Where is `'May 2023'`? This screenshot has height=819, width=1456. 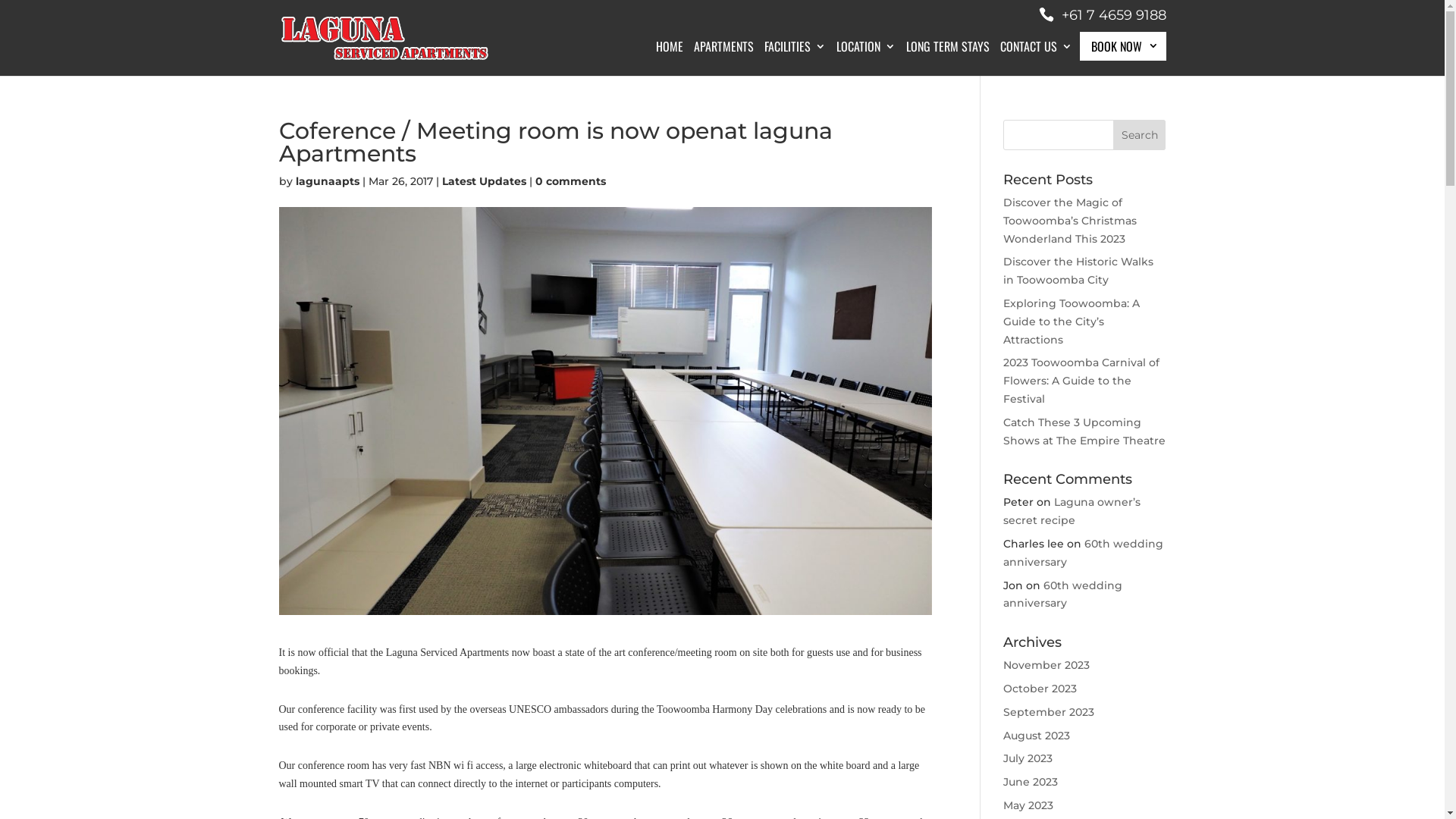
'May 2023' is located at coordinates (1028, 804).